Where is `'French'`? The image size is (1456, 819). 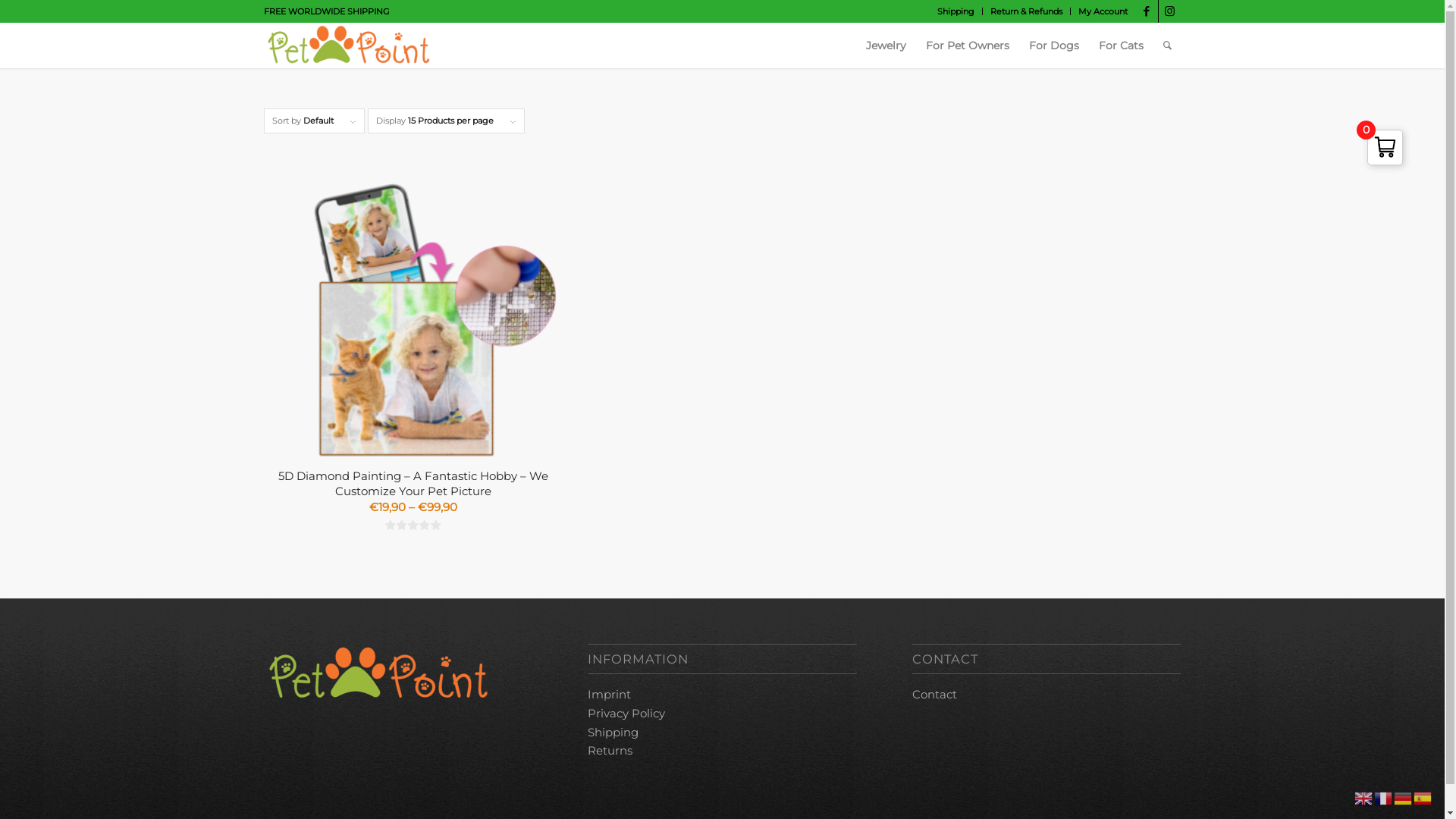 'French' is located at coordinates (1383, 796).